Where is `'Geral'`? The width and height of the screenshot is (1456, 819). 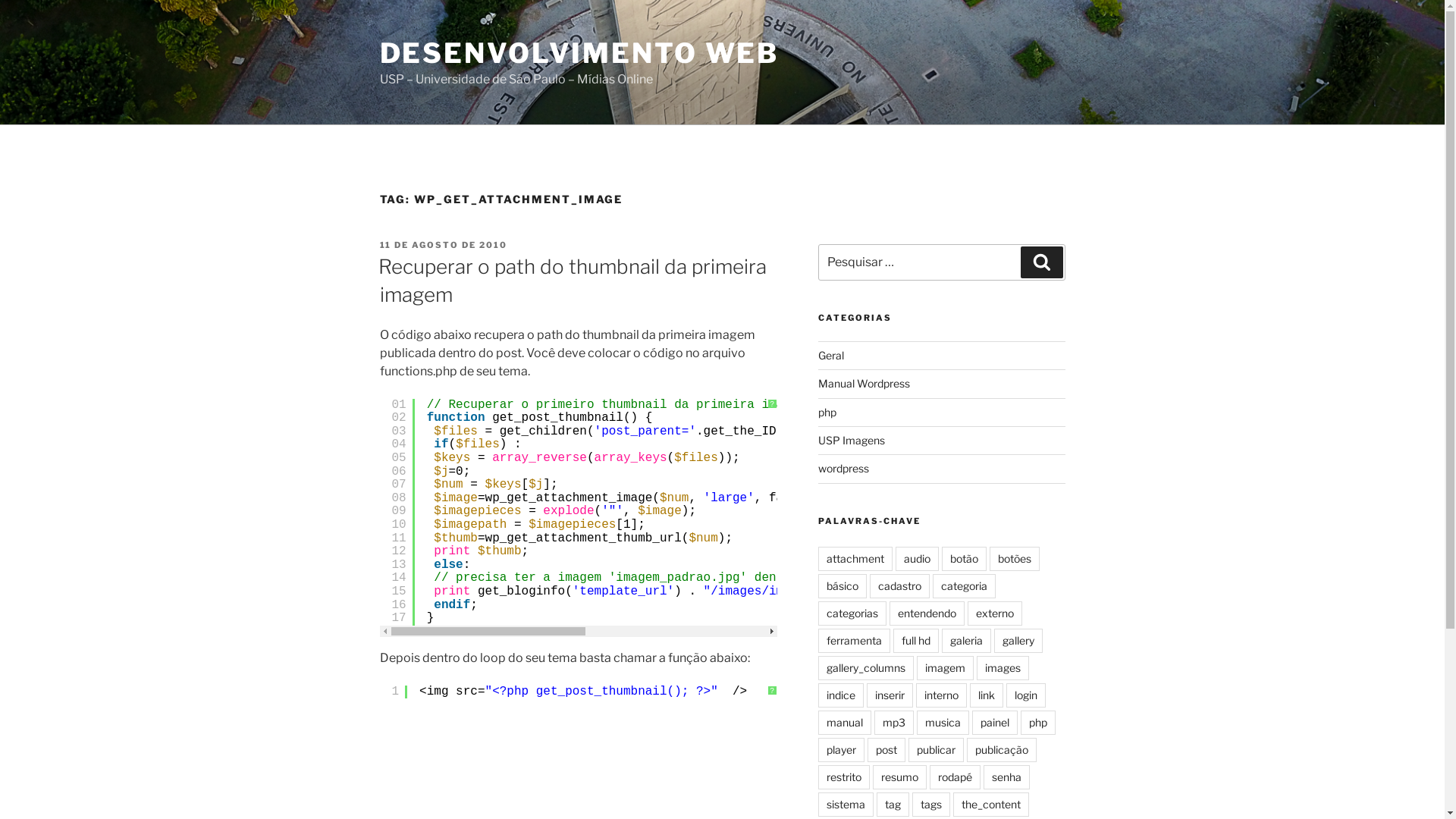
'Geral' is located at coordinates (830, 355).